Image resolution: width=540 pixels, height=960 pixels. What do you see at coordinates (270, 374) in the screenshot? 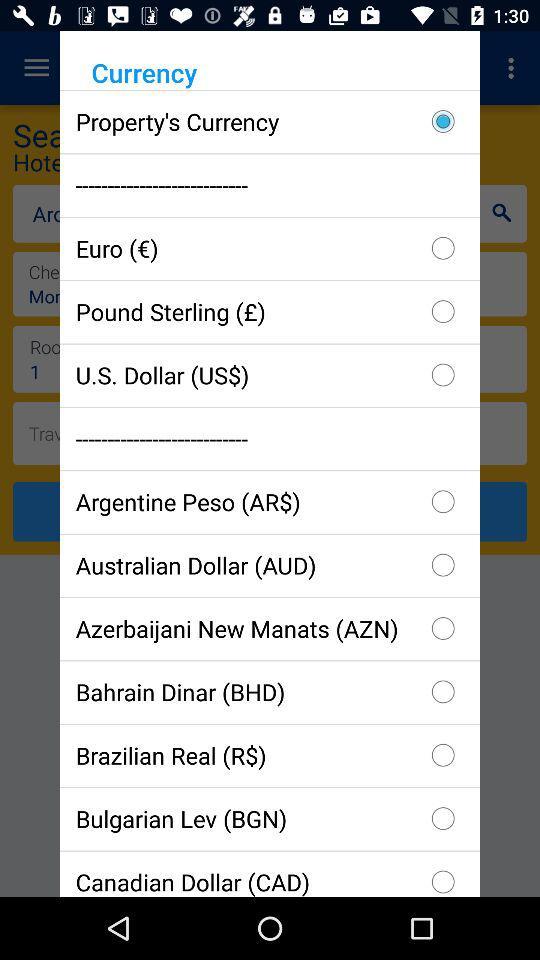
I see `u s dollar` at bounding box center [270, 374].